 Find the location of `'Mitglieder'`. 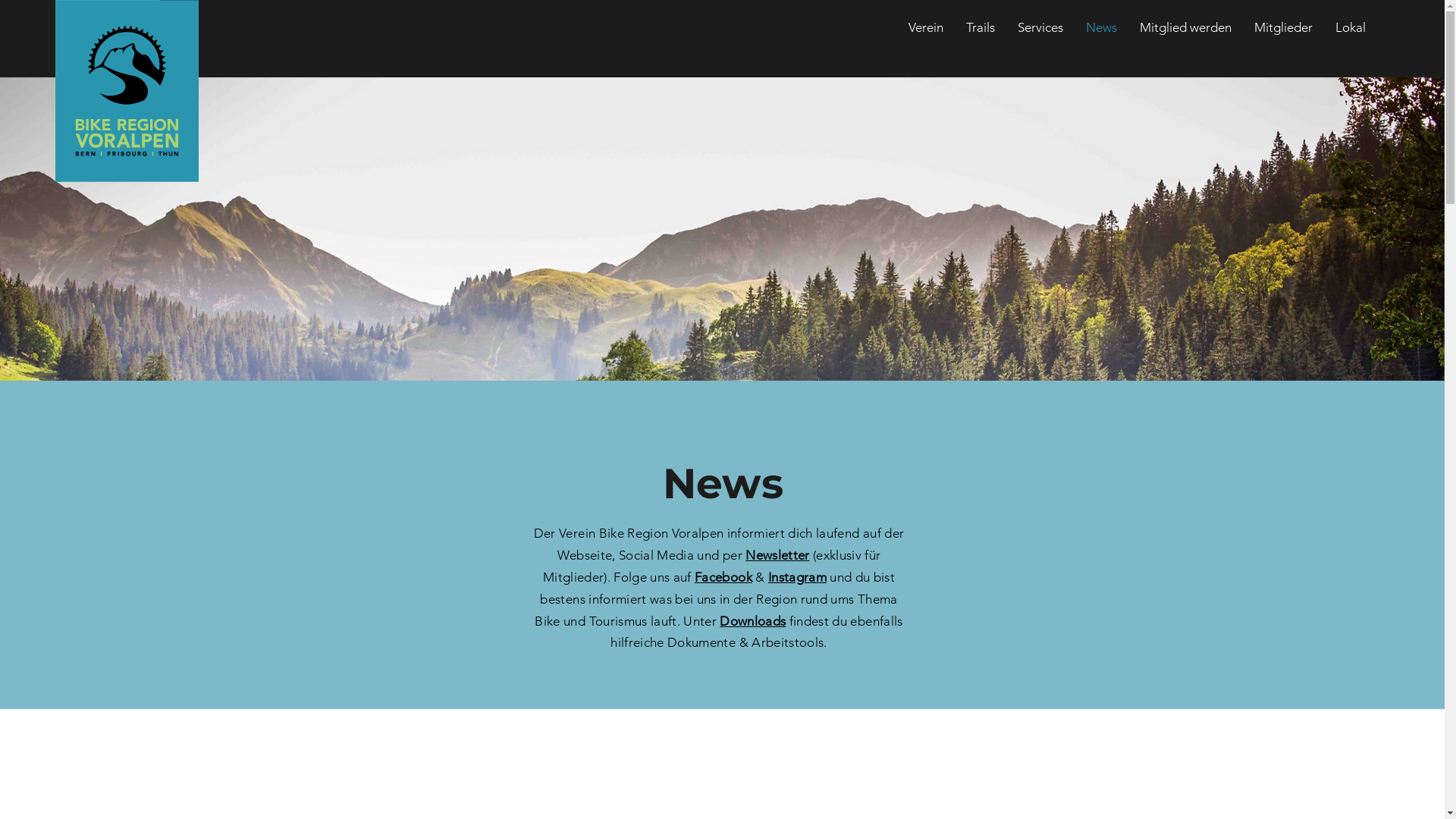

'Mitglieder' is located at coordinates (1242, 37).